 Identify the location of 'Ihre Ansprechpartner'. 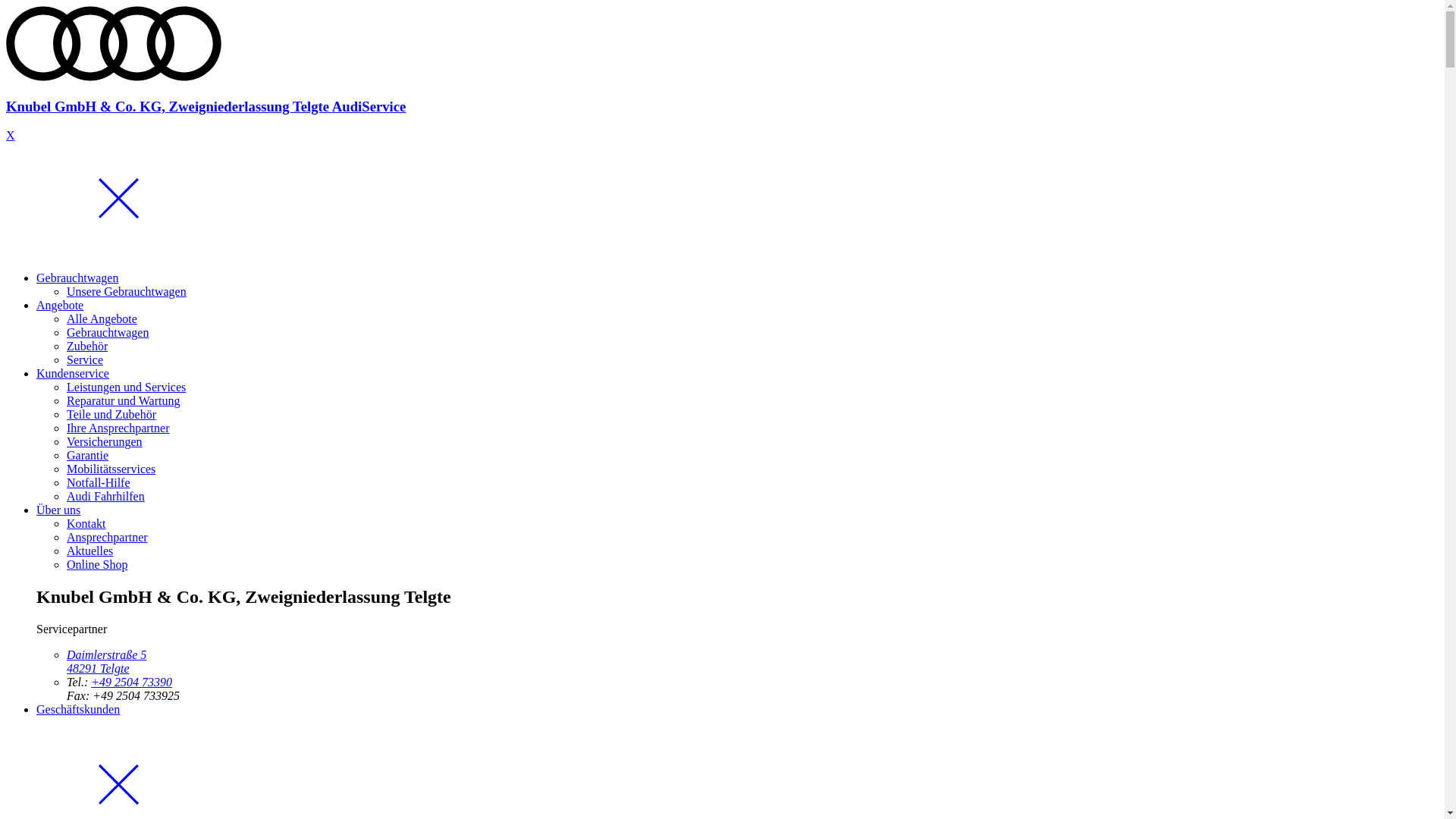
(118, 428).